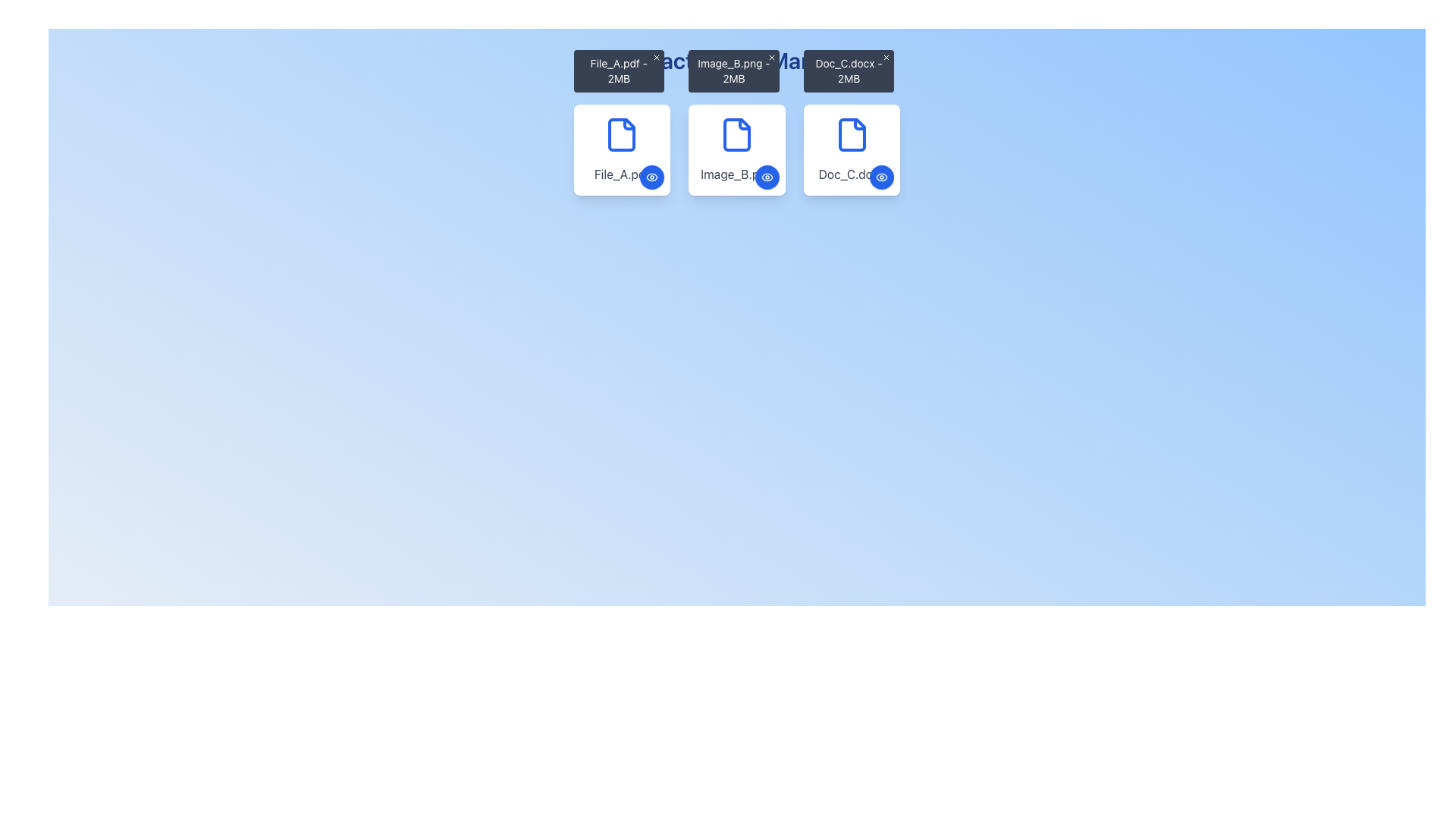  I want to click on the document type icon located at the top part of the card displaying 'Doc_C.docx', which is centered horizontally and just above the text label, so click(852, 133).